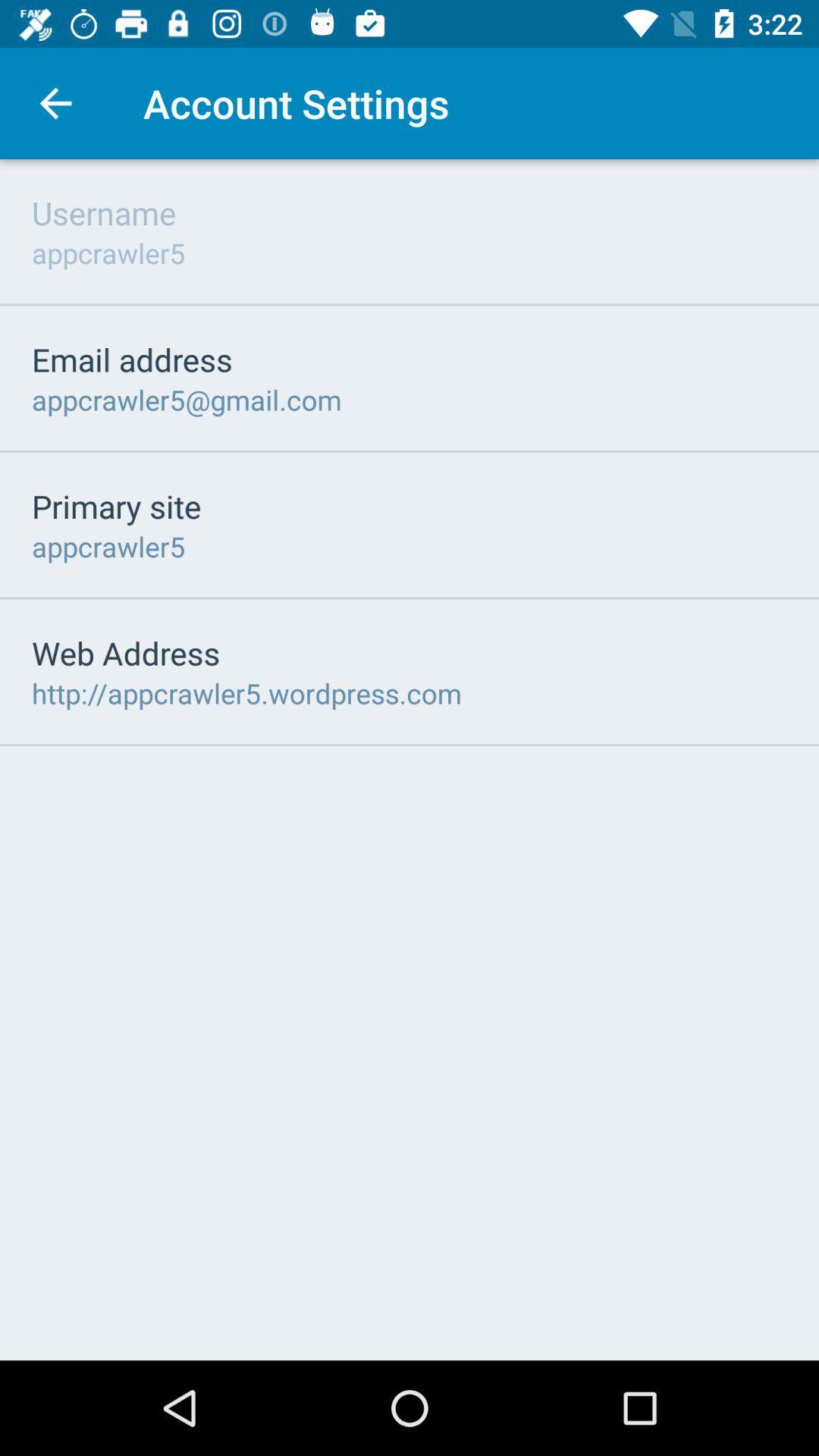  What do you see at coordinates (125, 652) in the screenshot?
I see `the item below appcrawler5 icon` at bounding box center [125, 652].